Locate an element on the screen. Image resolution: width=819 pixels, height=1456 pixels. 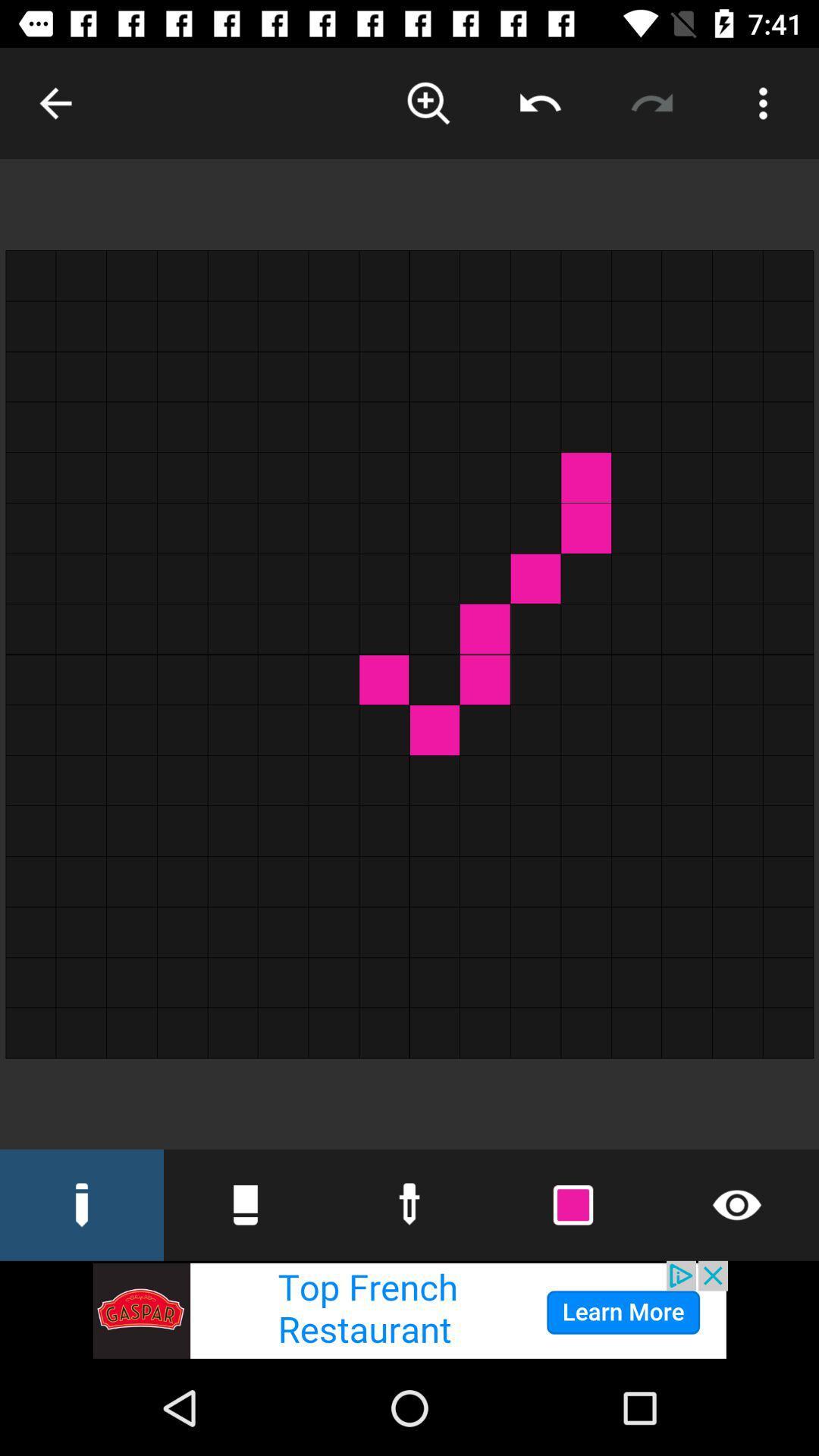
back the page is located at coordinates (55, 102).